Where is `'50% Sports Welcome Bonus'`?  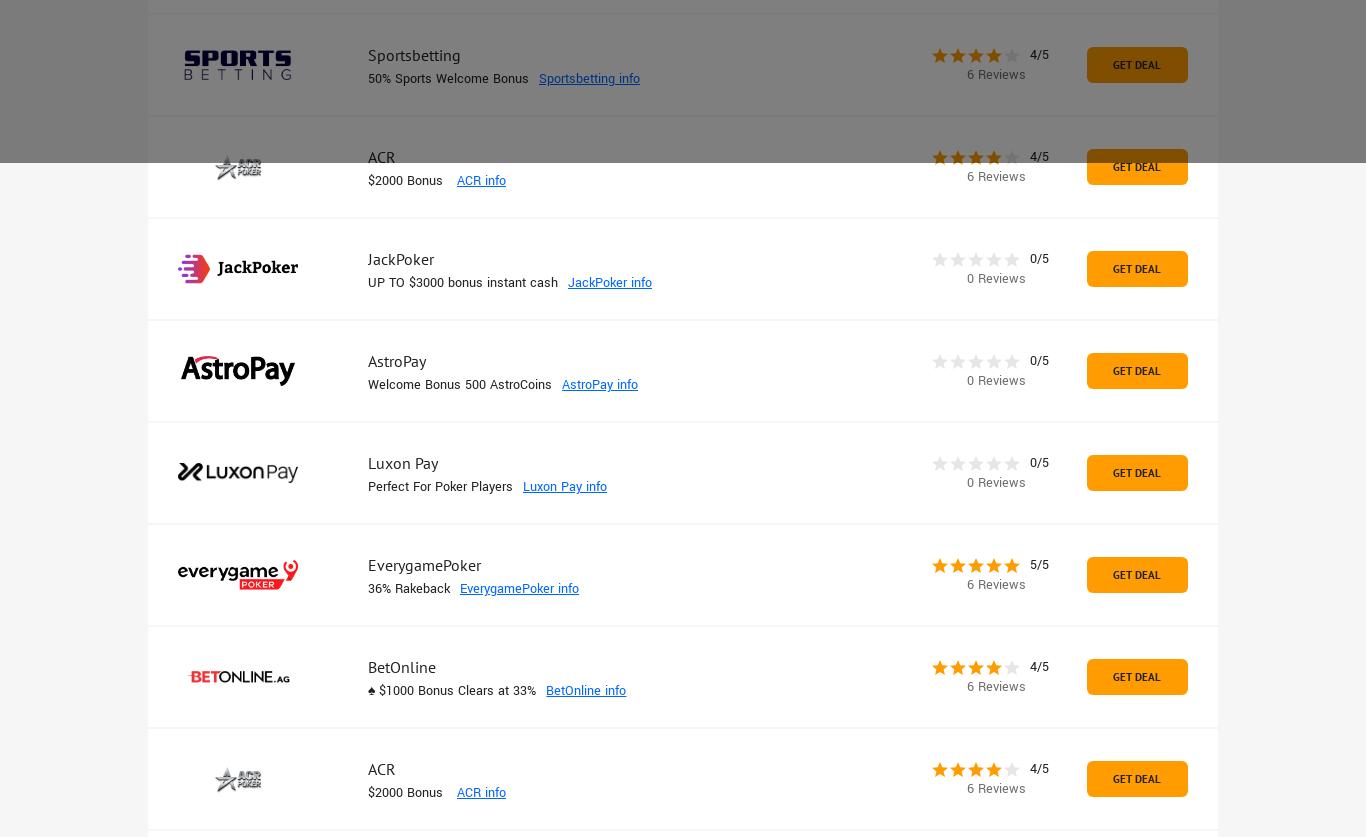 '50% Sports Welcome Bonus' is located at coordinates (367, 79).